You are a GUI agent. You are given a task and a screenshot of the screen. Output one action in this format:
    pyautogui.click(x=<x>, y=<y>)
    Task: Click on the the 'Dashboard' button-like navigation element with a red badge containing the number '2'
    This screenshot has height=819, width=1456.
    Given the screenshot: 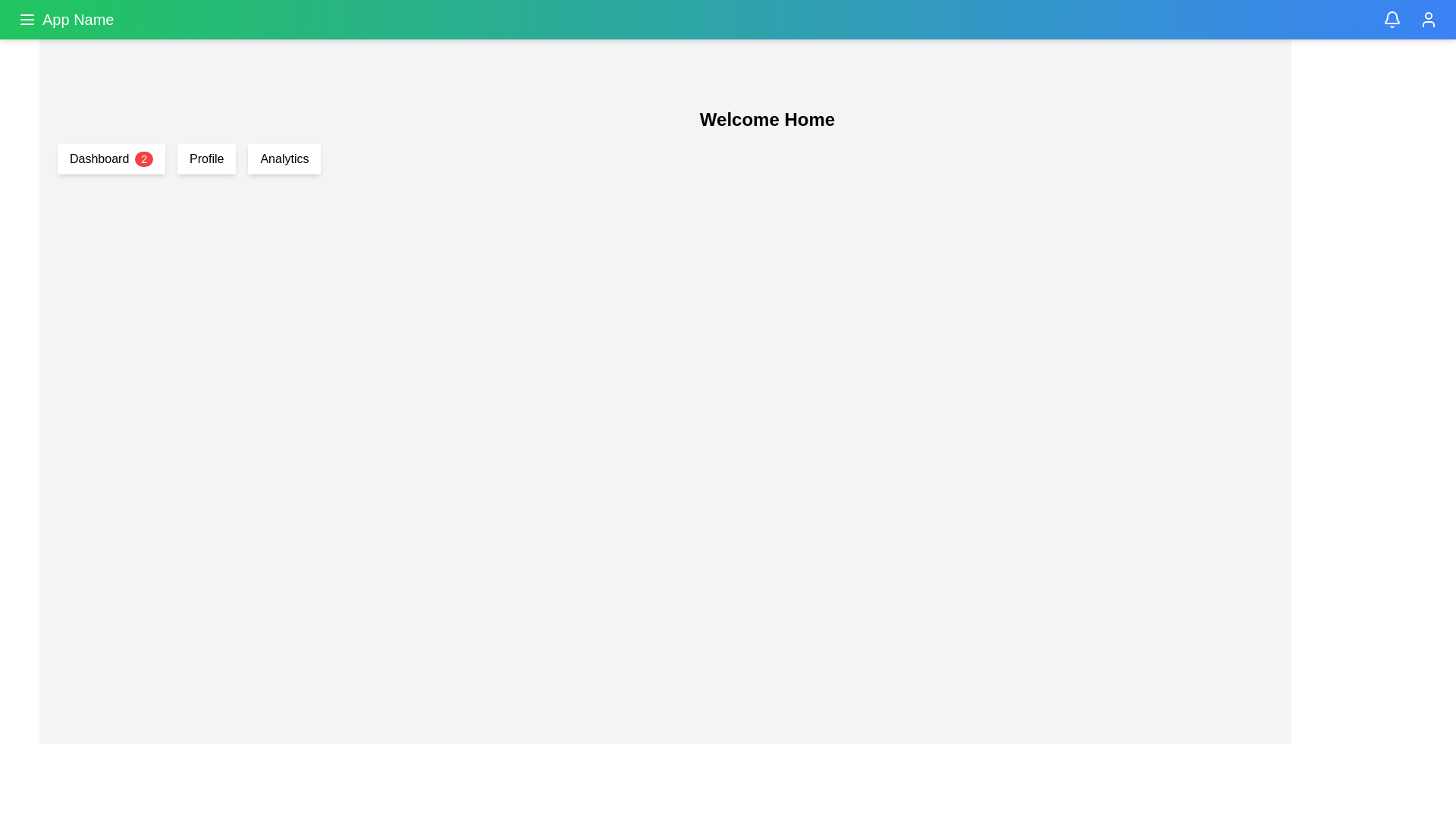 What is the action you would take?
    pyautogui.click(x=111, y=158)
    